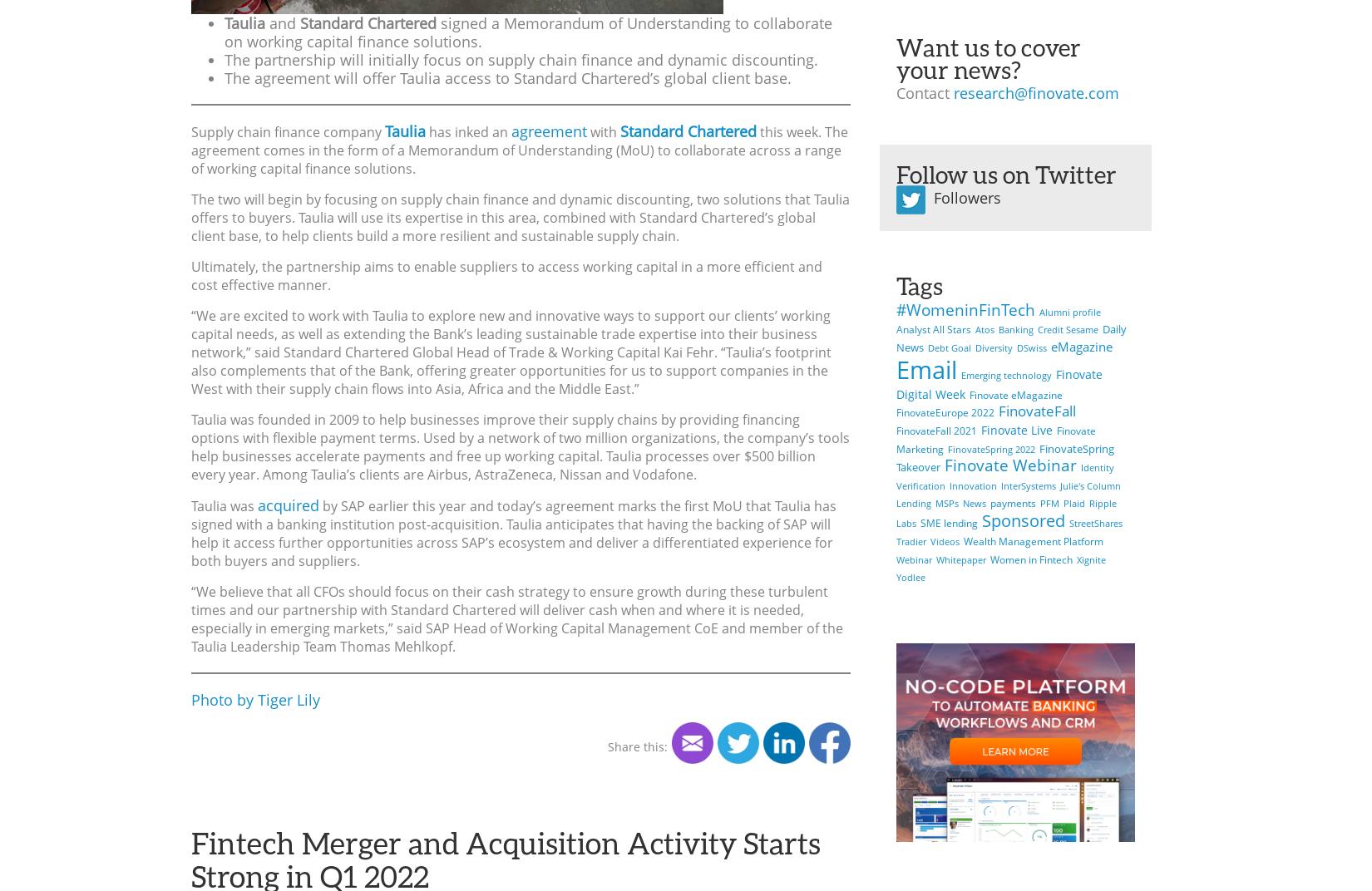 Image resolution: width=1372 pixels, height=891 pixels. I want to click on 'The two will begin by focusing on supply chain finance and dynamic discounting, two solutions that Taulia offers to buyers. Taulia will use its expertise in this area, combined with Standard Chartered’s global client base, to help clients build a more resilient and sustainable supply chain.', so click(520, 217).